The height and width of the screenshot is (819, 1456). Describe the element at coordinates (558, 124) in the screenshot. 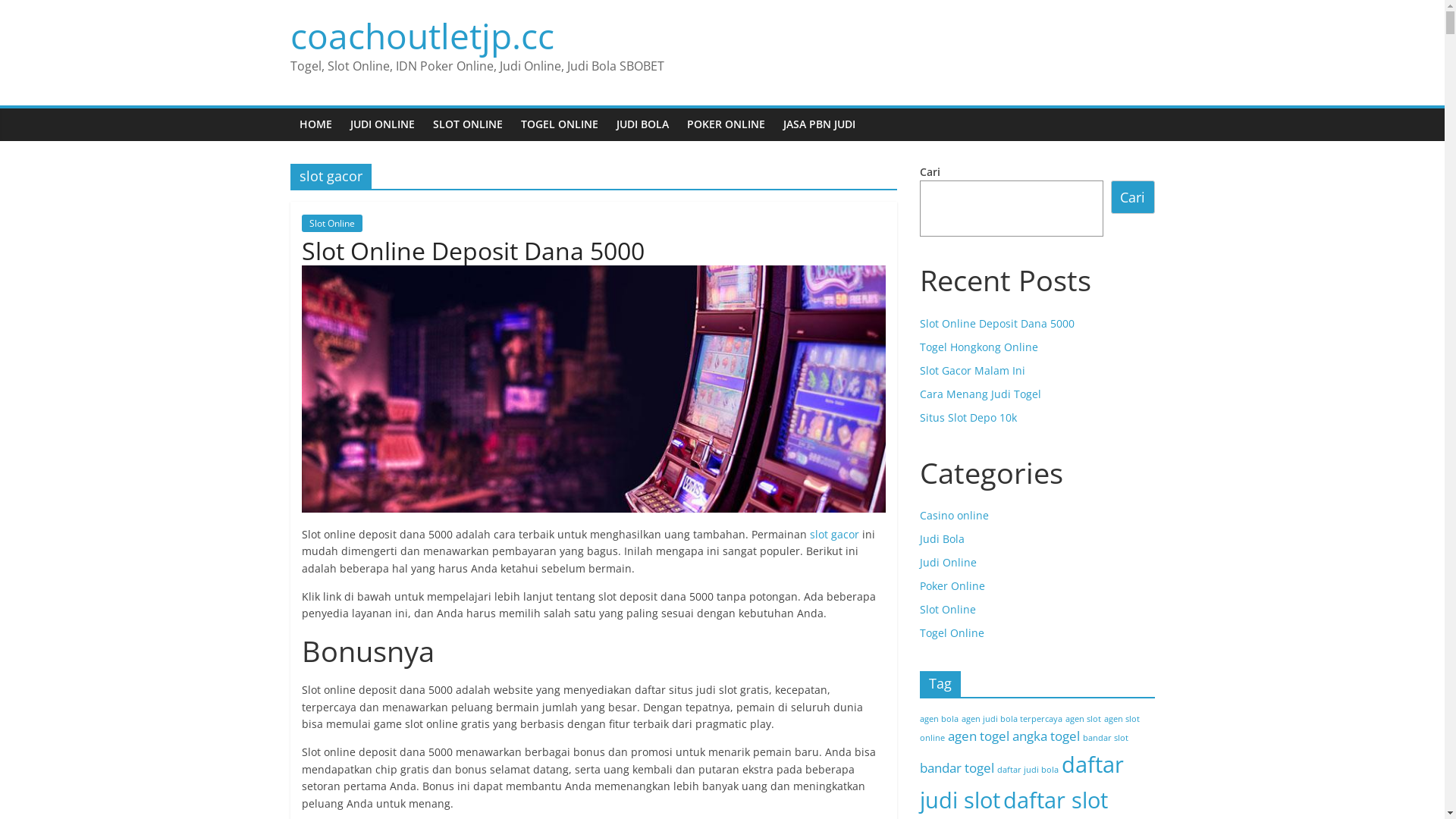

I see `'TOGEL ONLINE'` at that location.